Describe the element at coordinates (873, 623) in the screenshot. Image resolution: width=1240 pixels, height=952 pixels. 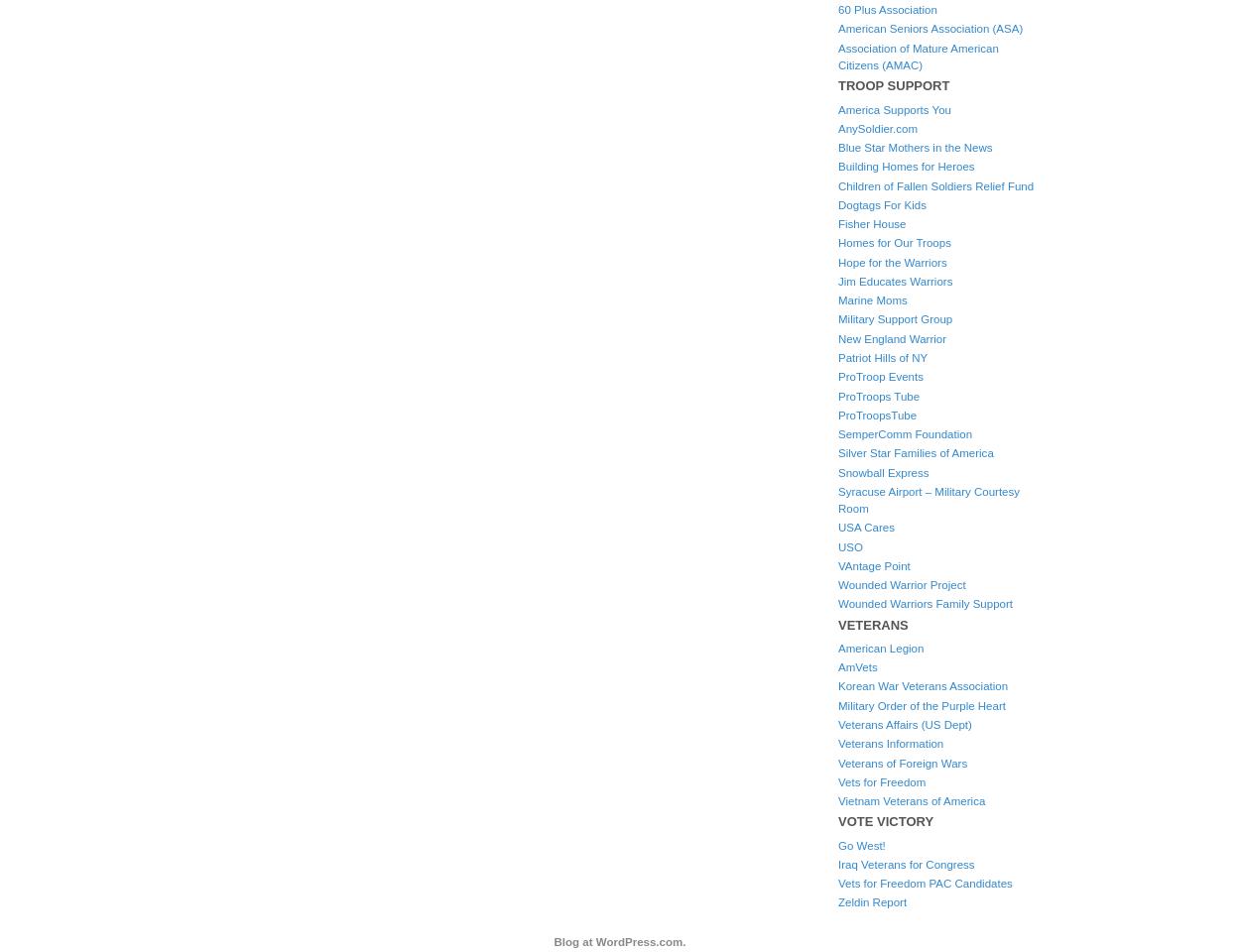
I see `'Veterans'` at that location.